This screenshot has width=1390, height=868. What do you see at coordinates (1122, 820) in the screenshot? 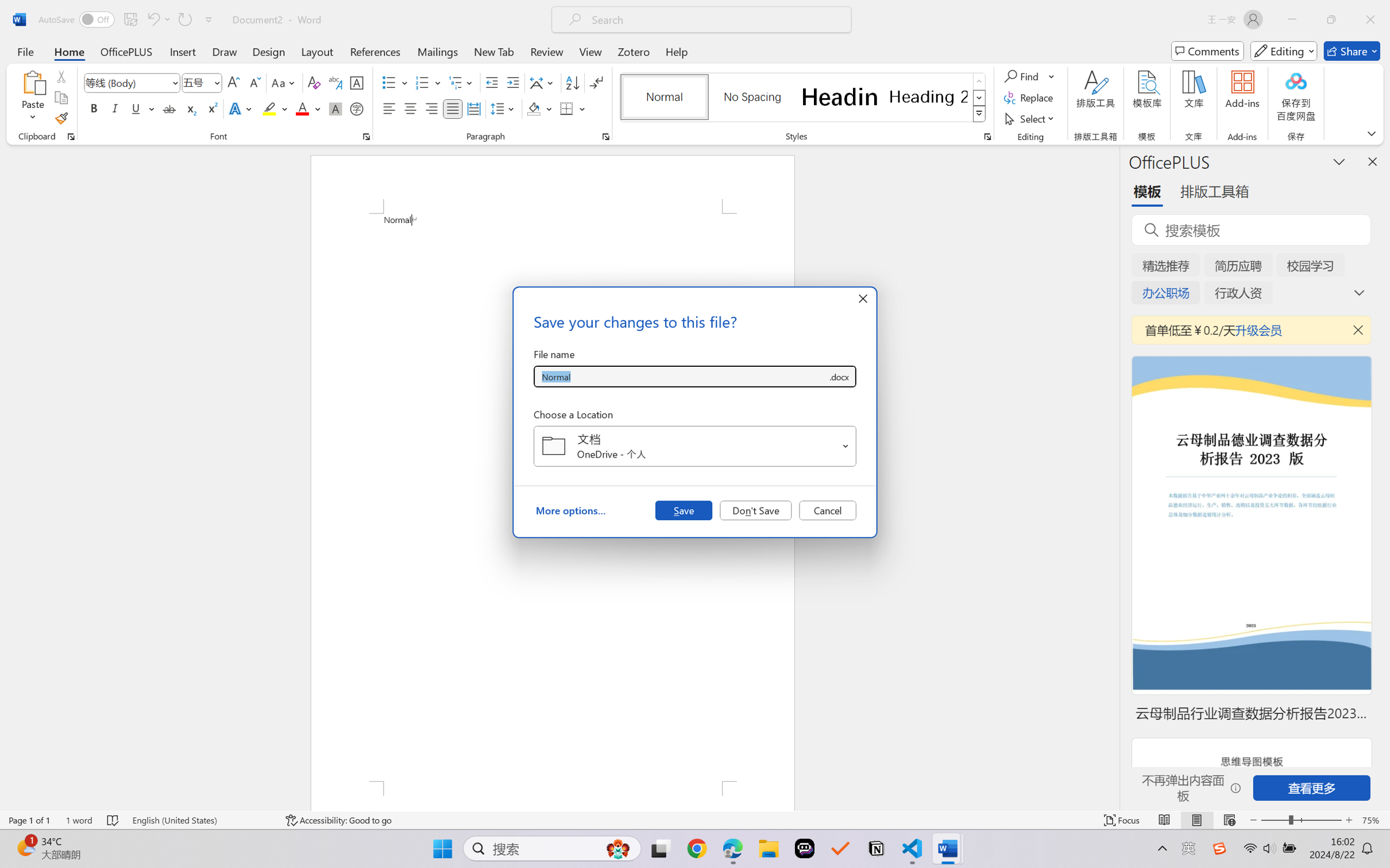
I see `'Focus '` at bounding box center [1122, 820].